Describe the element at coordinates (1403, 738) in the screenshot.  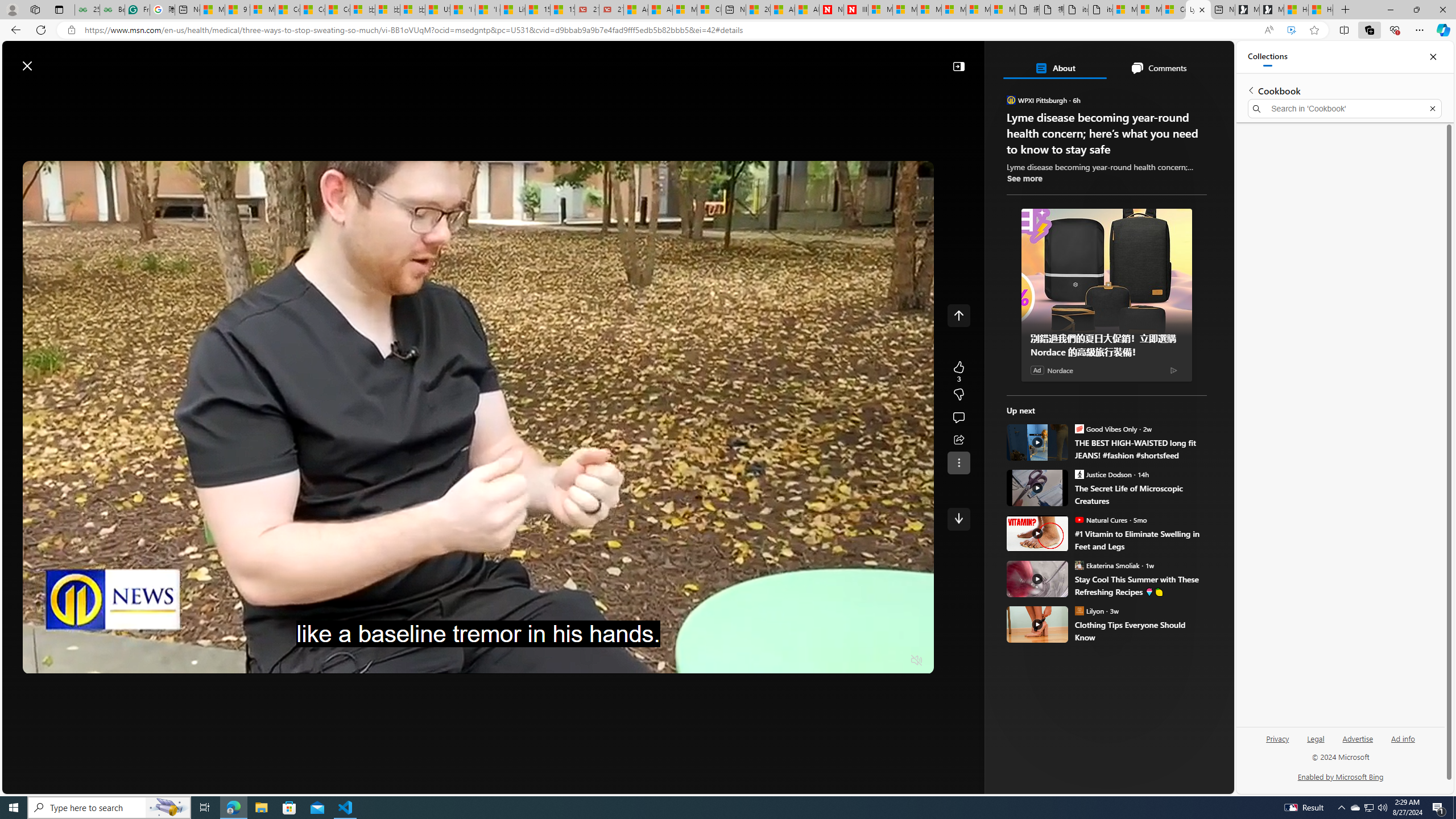
I see `'Ad info'` at that location.